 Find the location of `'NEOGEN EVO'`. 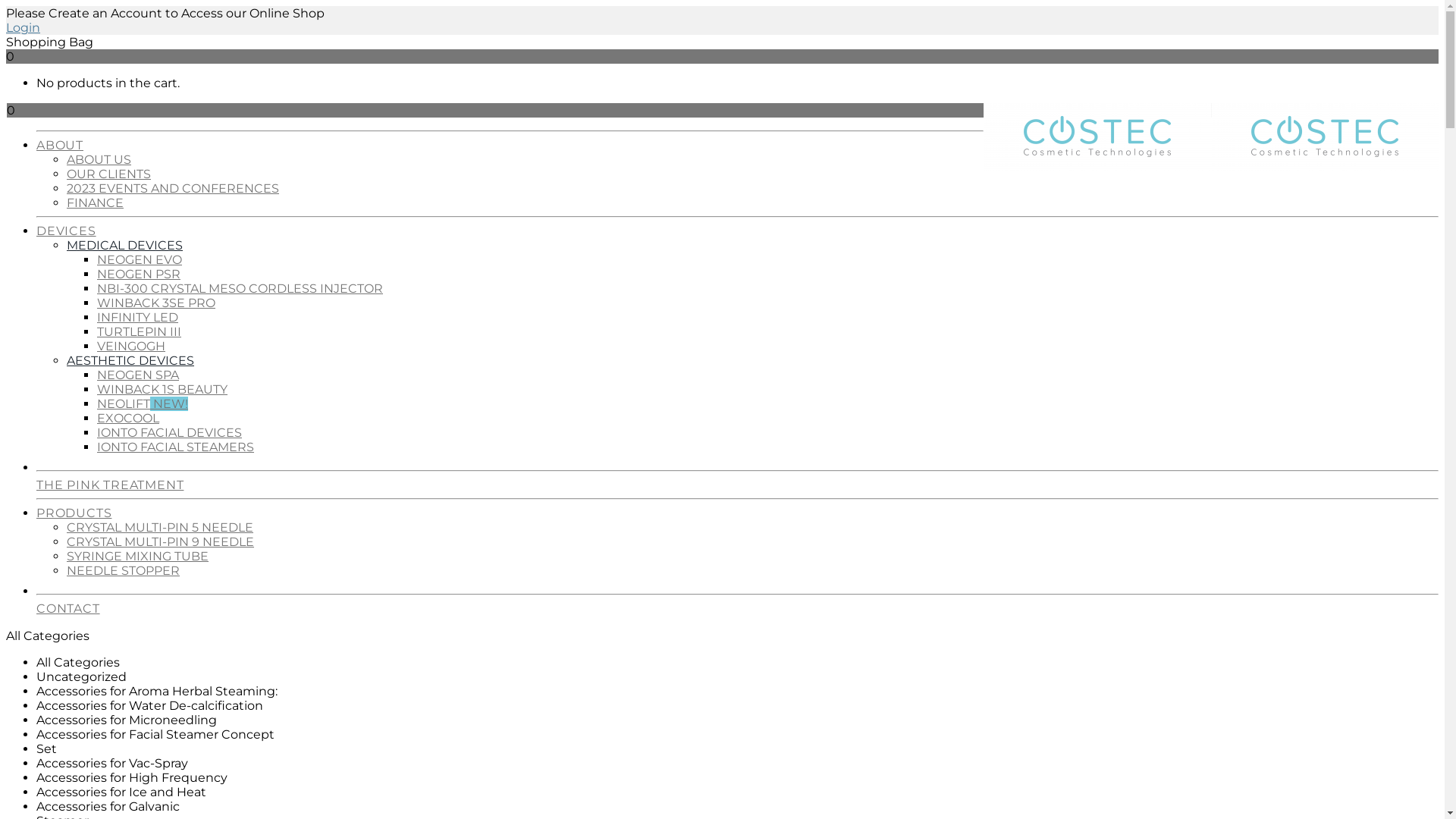

'NEOGEN EVO' is located at coordinates (96, 259).